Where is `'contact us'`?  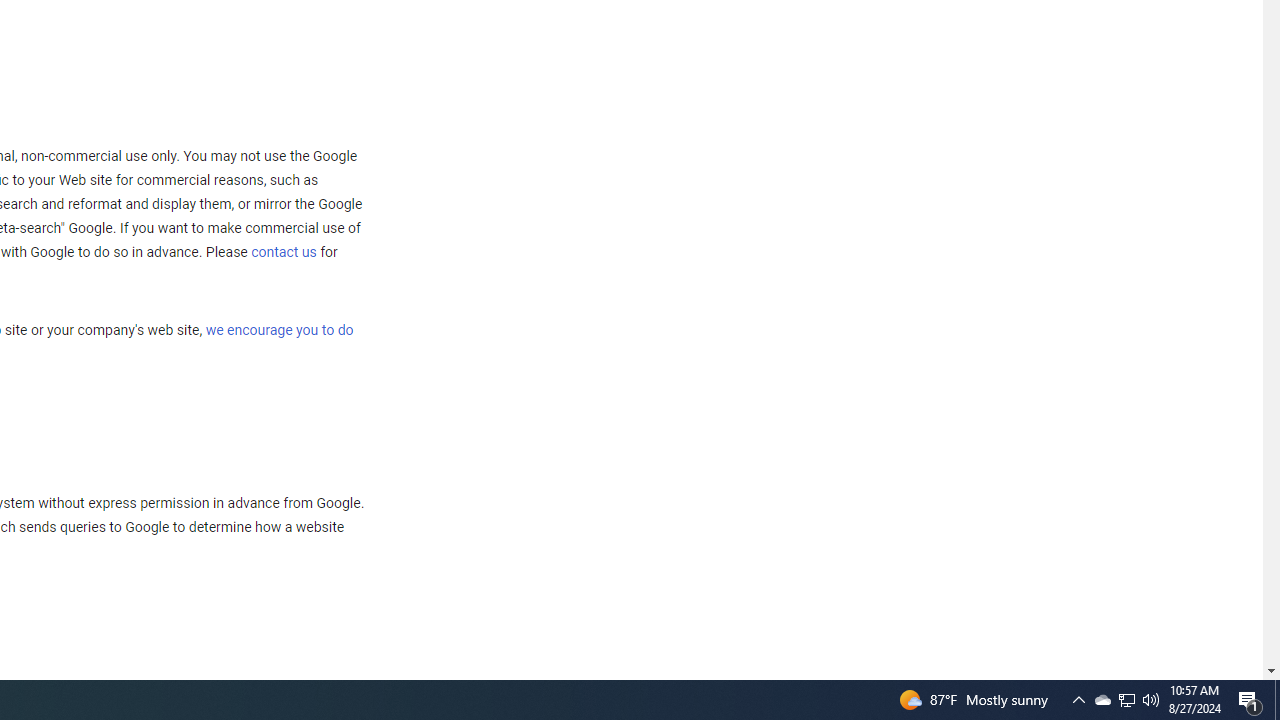
'contact us' is located at coordinates (283, 250).